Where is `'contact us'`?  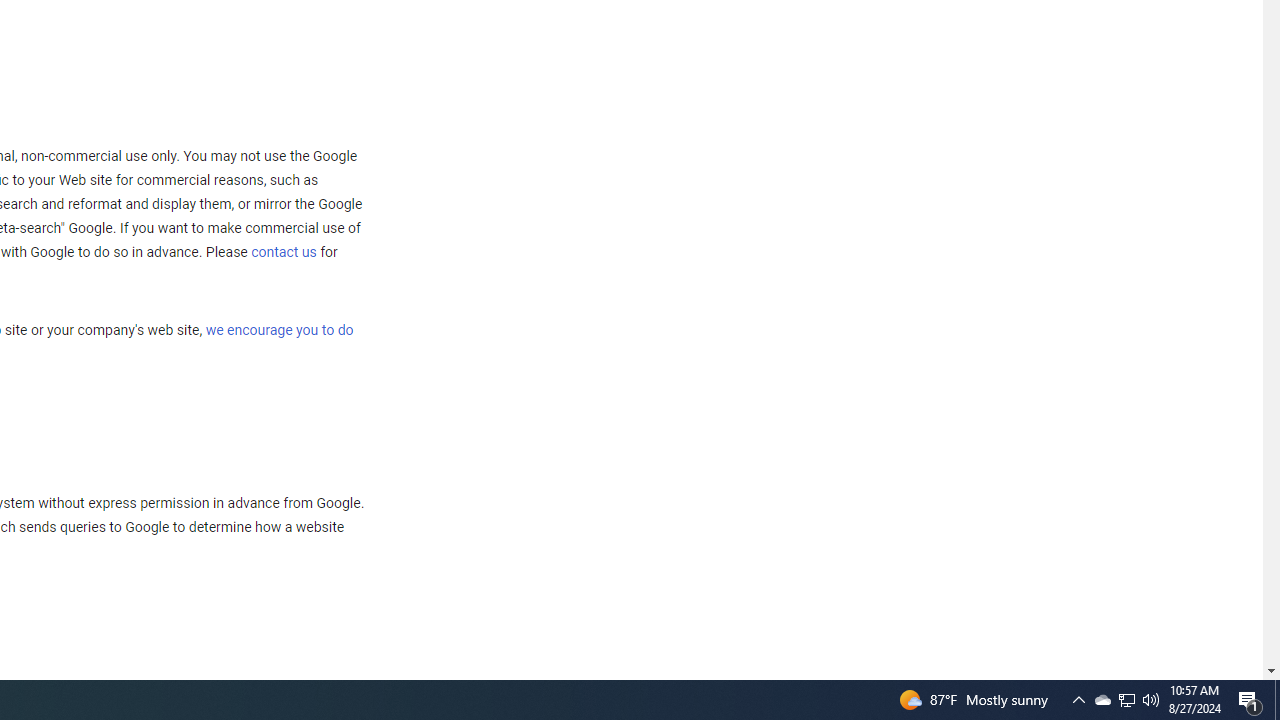
'contact us' is located at coordinates (283, 250).